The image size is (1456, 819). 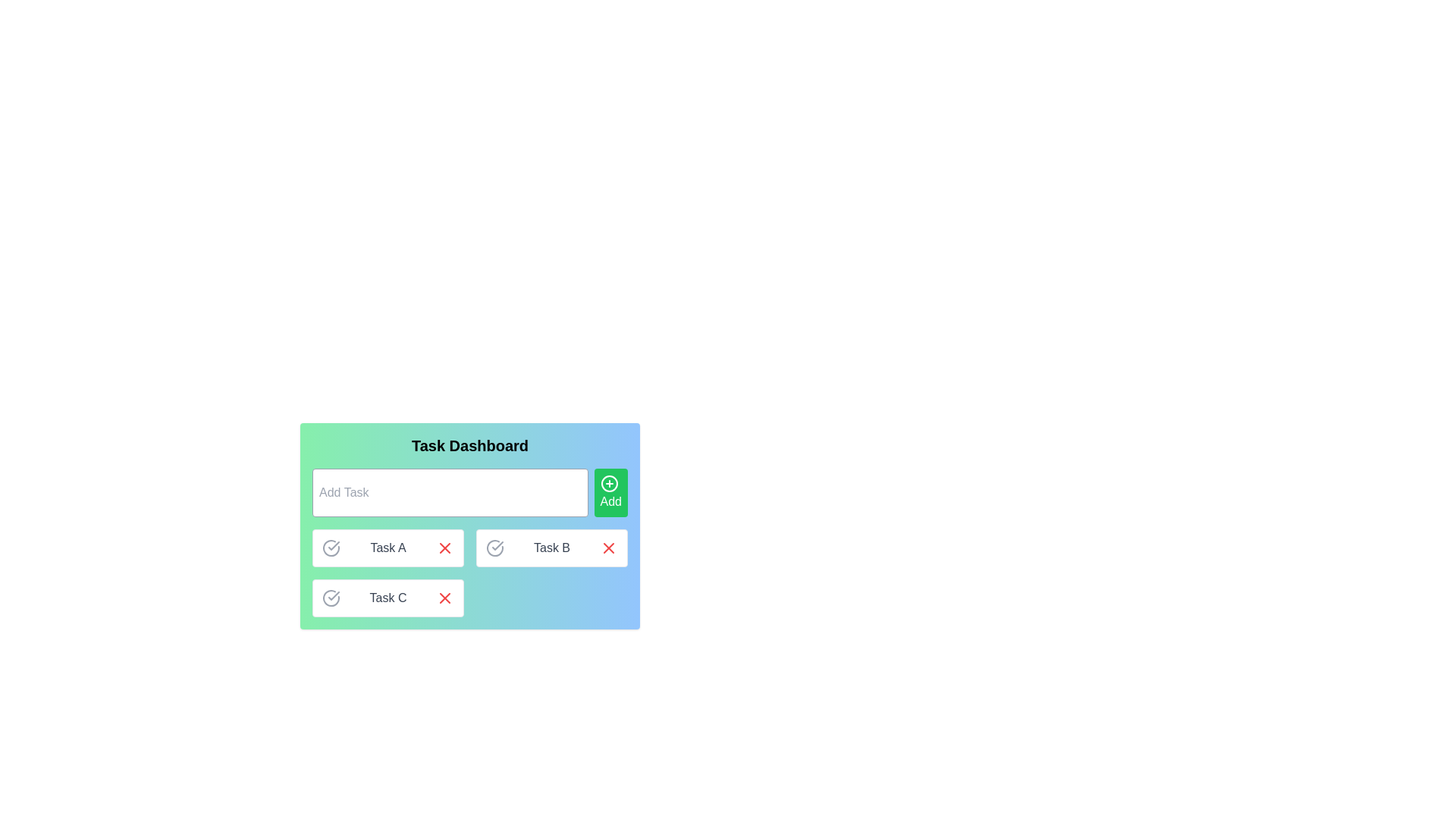 What do you see at coordinates (608, 548) in the screenshot?
I see `the delete button, which is represented by a diagonal cross icon within a circular button next to 'Task B' in the Task Dashboard` at bounding box center [608, 548].